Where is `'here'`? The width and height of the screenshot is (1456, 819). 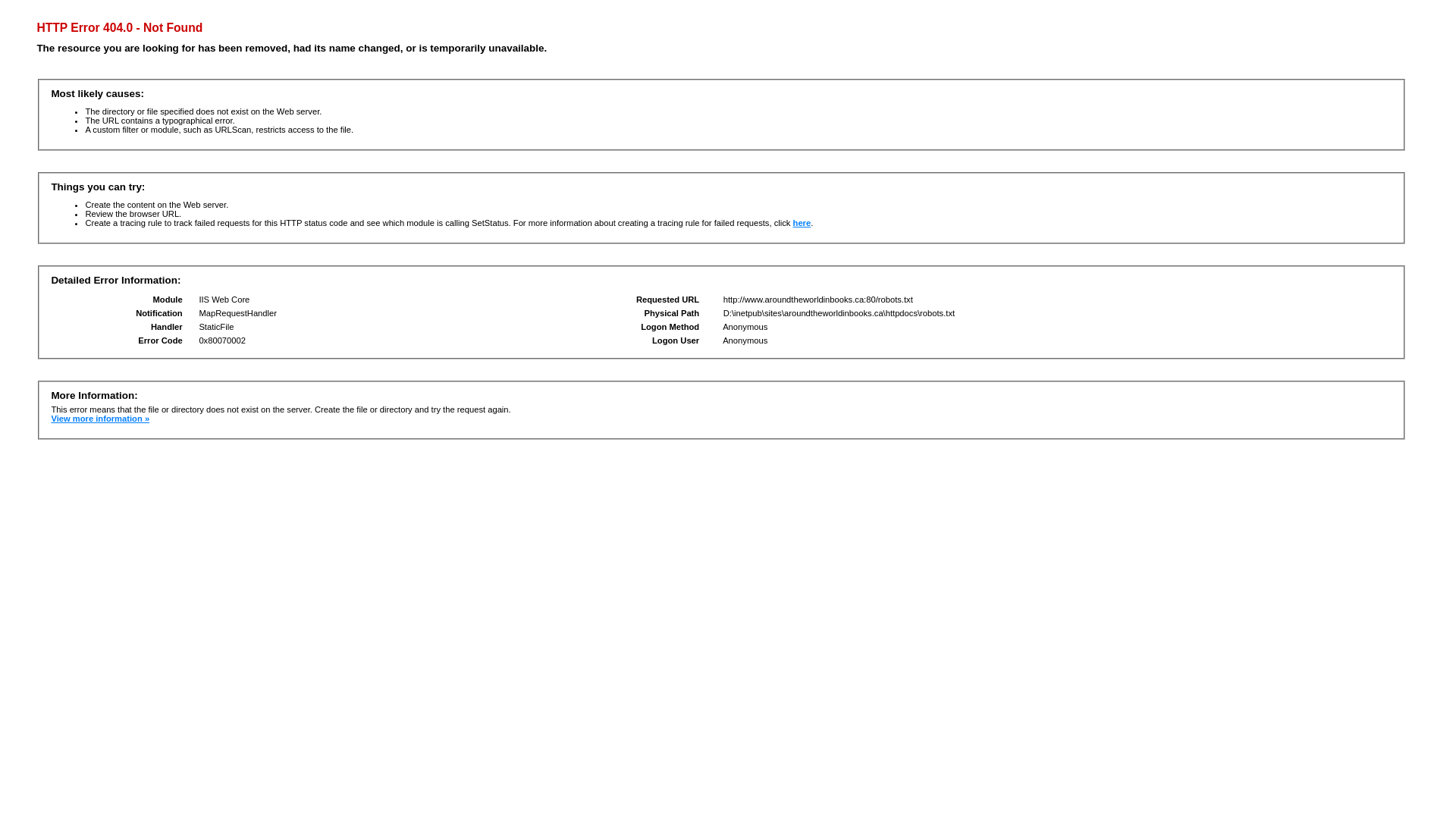 'here' is located at coordinates (801, 222).